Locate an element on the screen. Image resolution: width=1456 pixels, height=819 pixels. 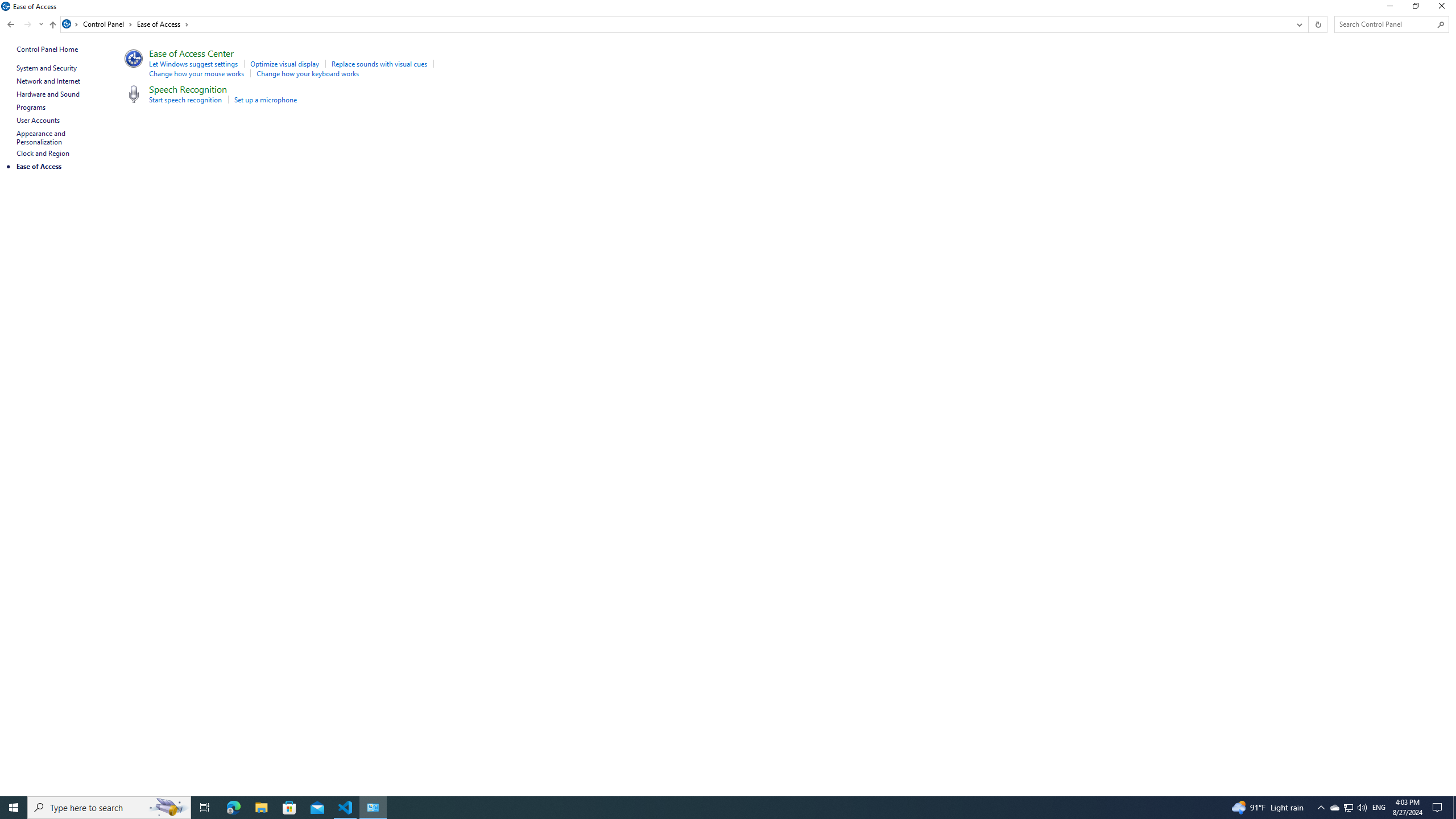
'Control Panel' is located at coordinates (107, 24).